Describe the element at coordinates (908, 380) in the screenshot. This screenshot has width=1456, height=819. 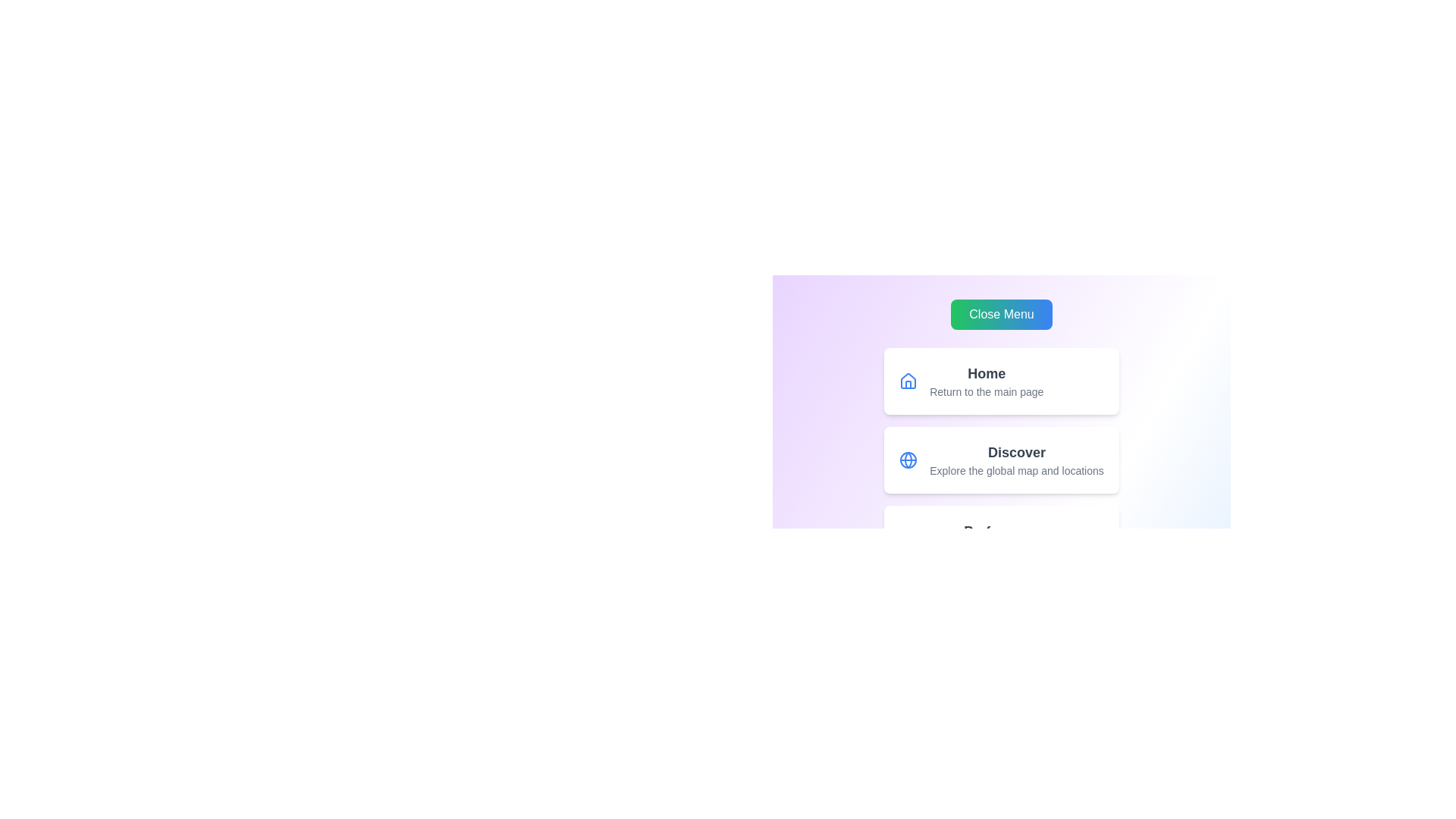
I see `the icon of the menu item labeled Home` at that location.